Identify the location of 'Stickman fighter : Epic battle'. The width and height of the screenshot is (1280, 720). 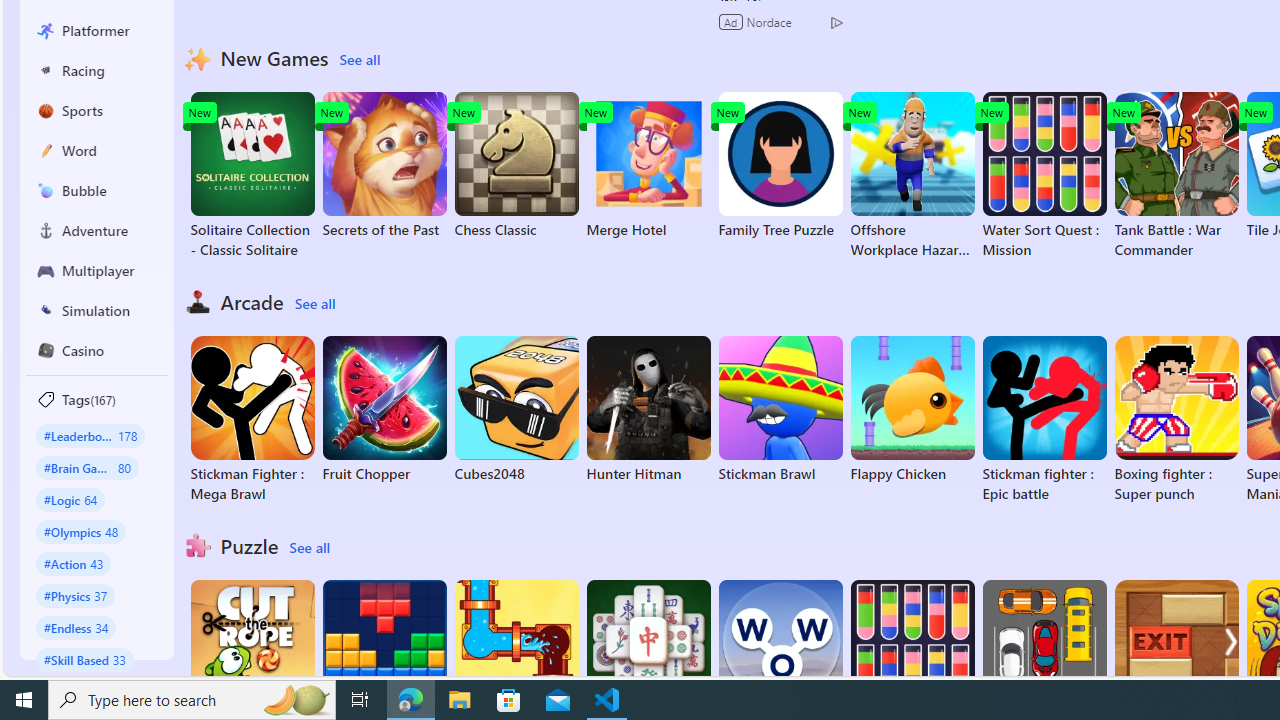
(1043, 419).